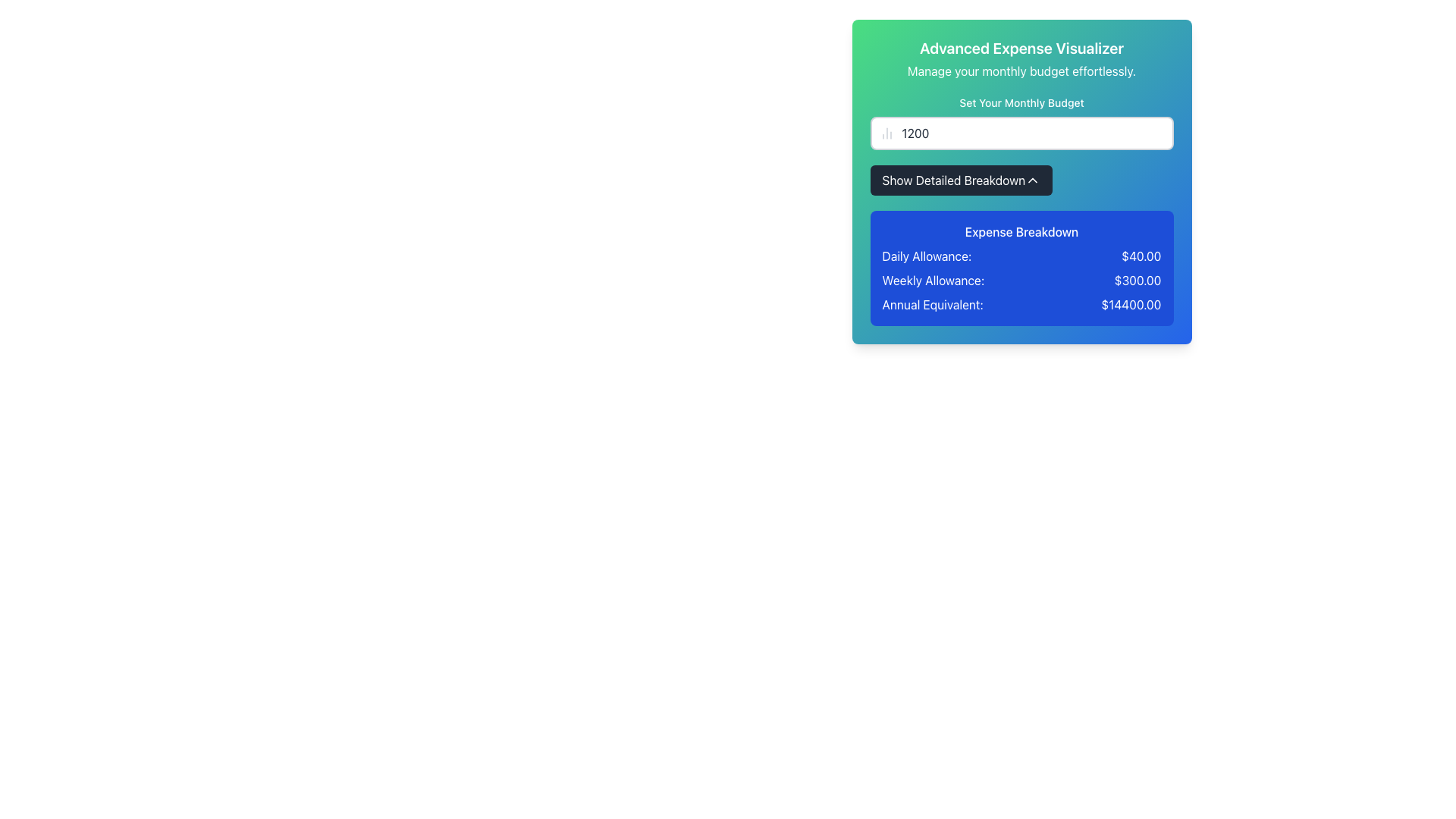  Describe the element at coordinates (932, 304) in the screenshot. I see `the 'Annual Equivalent:' text label, which is styled in white text on a blue background, located in the 'Expense Breakdown' panel, positioned above the value '$14400.00'` at that location.